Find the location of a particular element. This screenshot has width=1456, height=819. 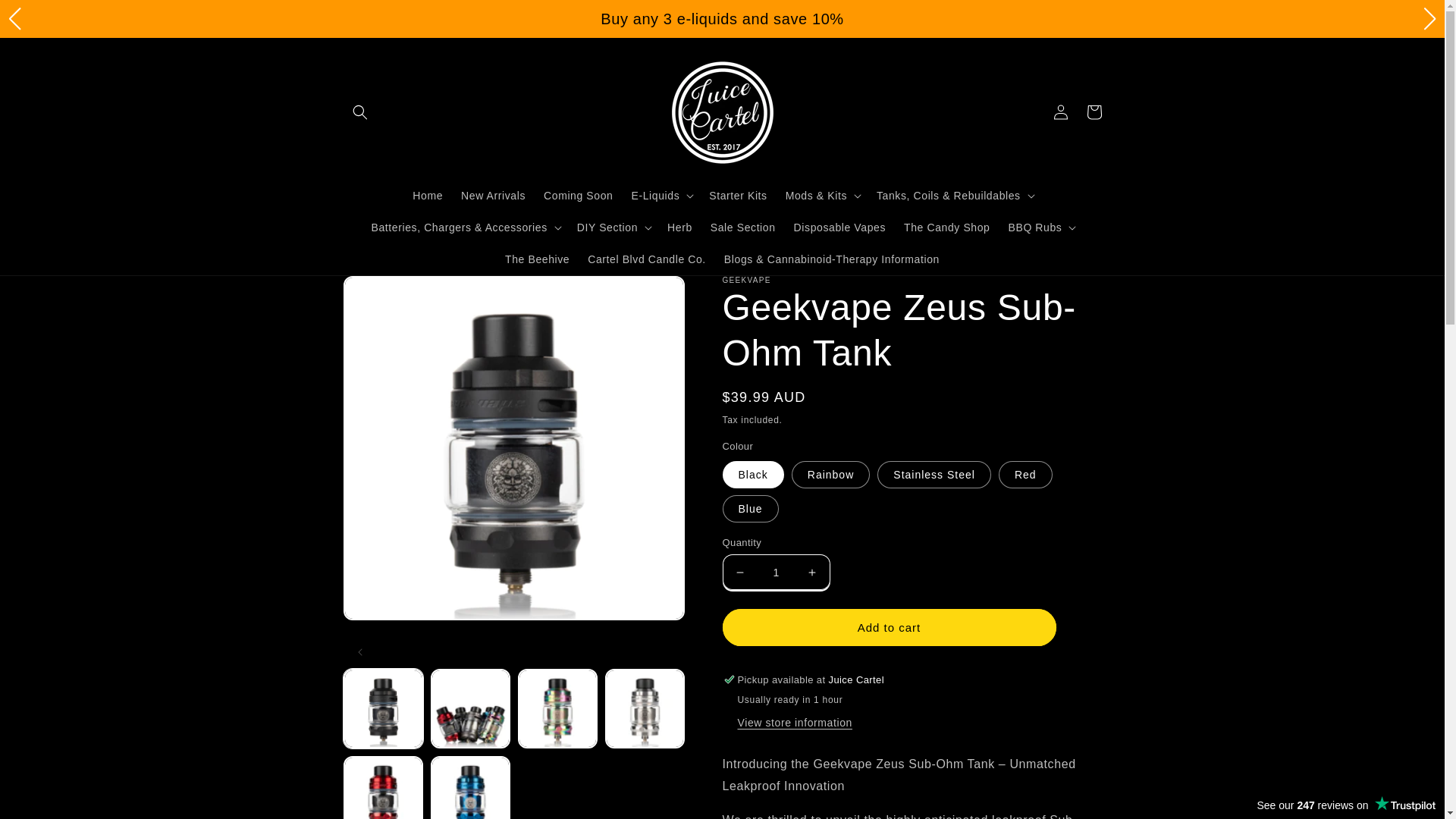

'Coming Soon' is located at coordinates (577, 194).